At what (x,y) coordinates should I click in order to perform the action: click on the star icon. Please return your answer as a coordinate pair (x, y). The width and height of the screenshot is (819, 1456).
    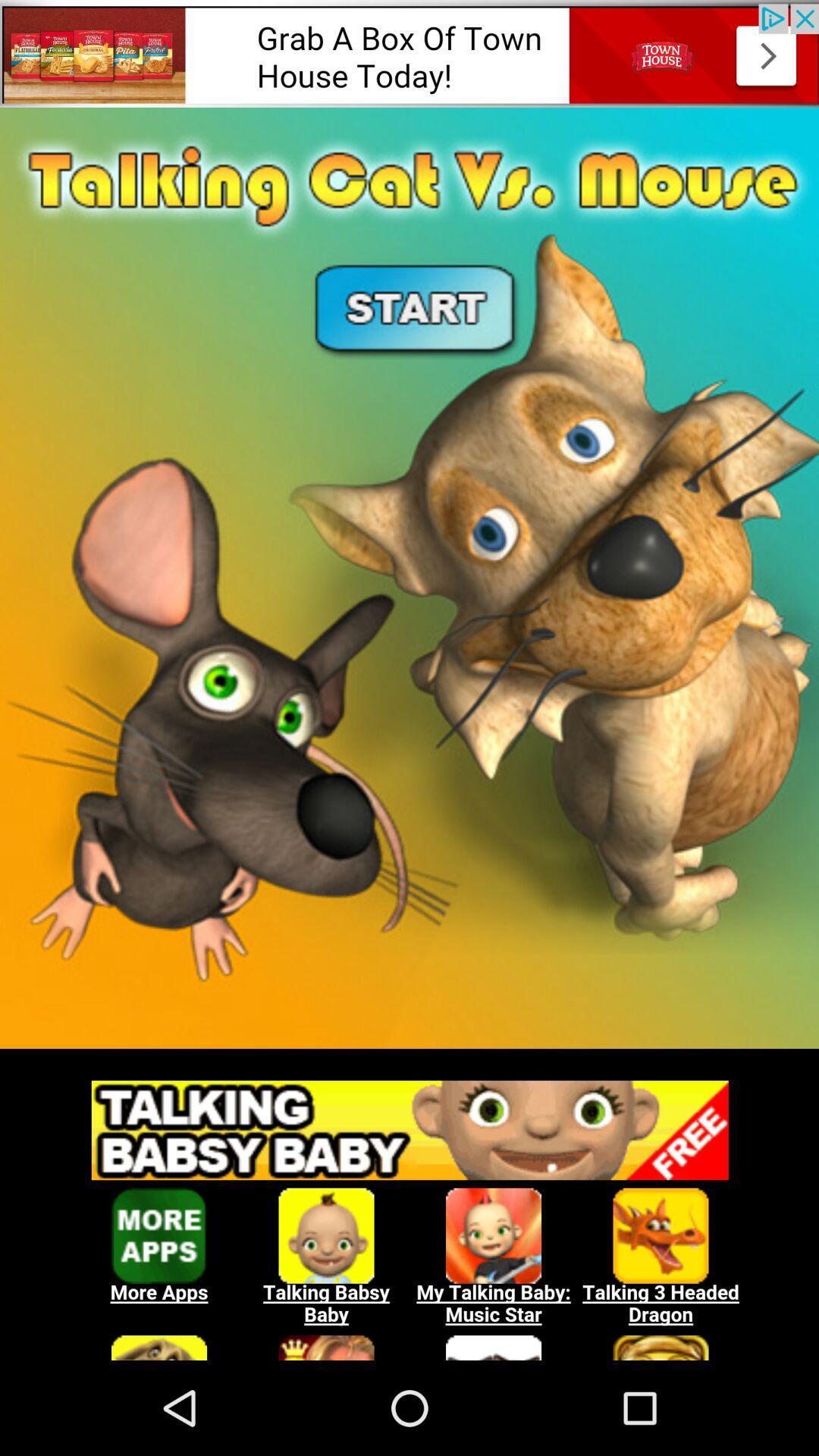
    Looking at the image, I should click on (67, 671).